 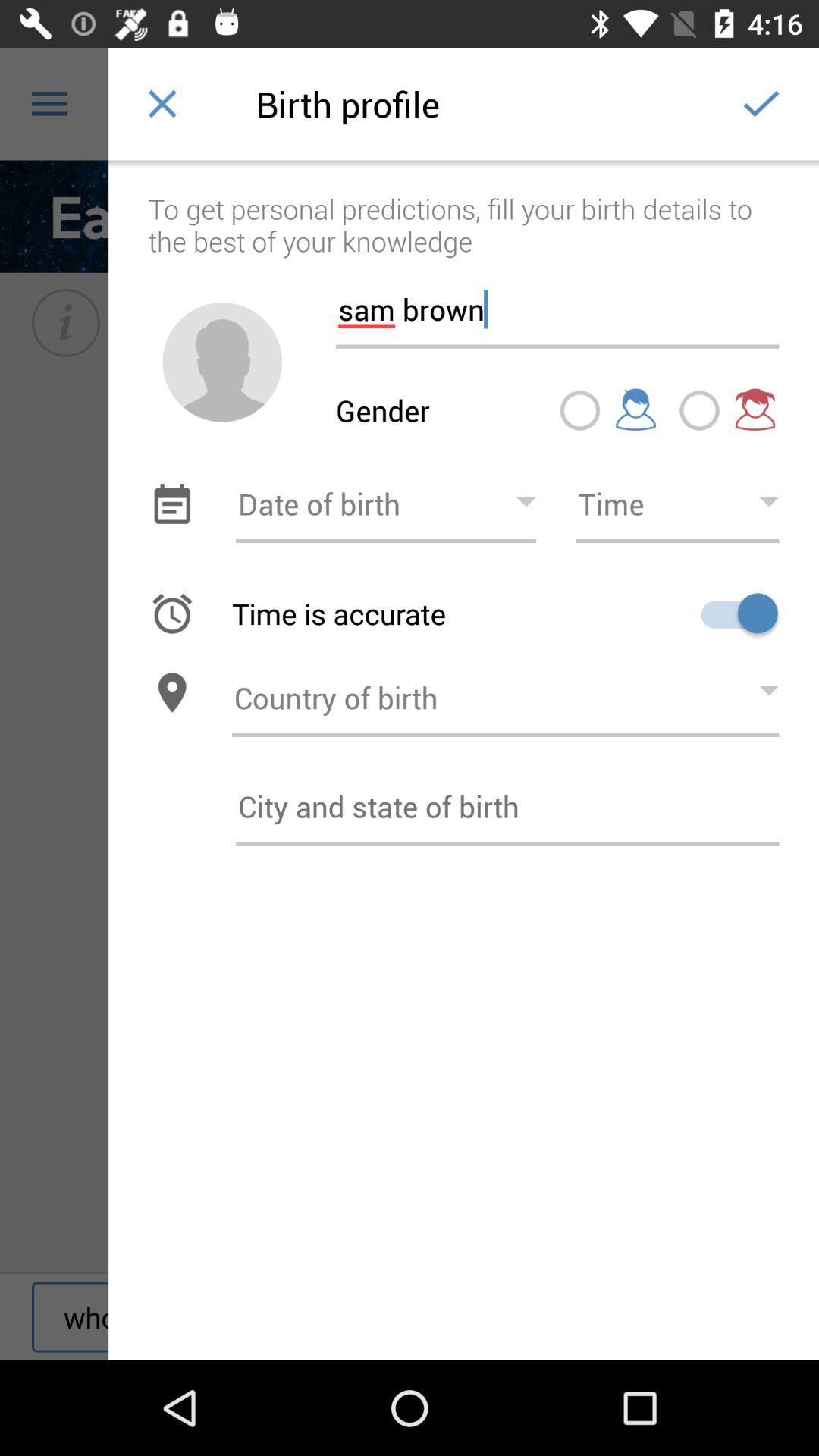 I want to click on choose date of birth, so click(x=385, y=504).